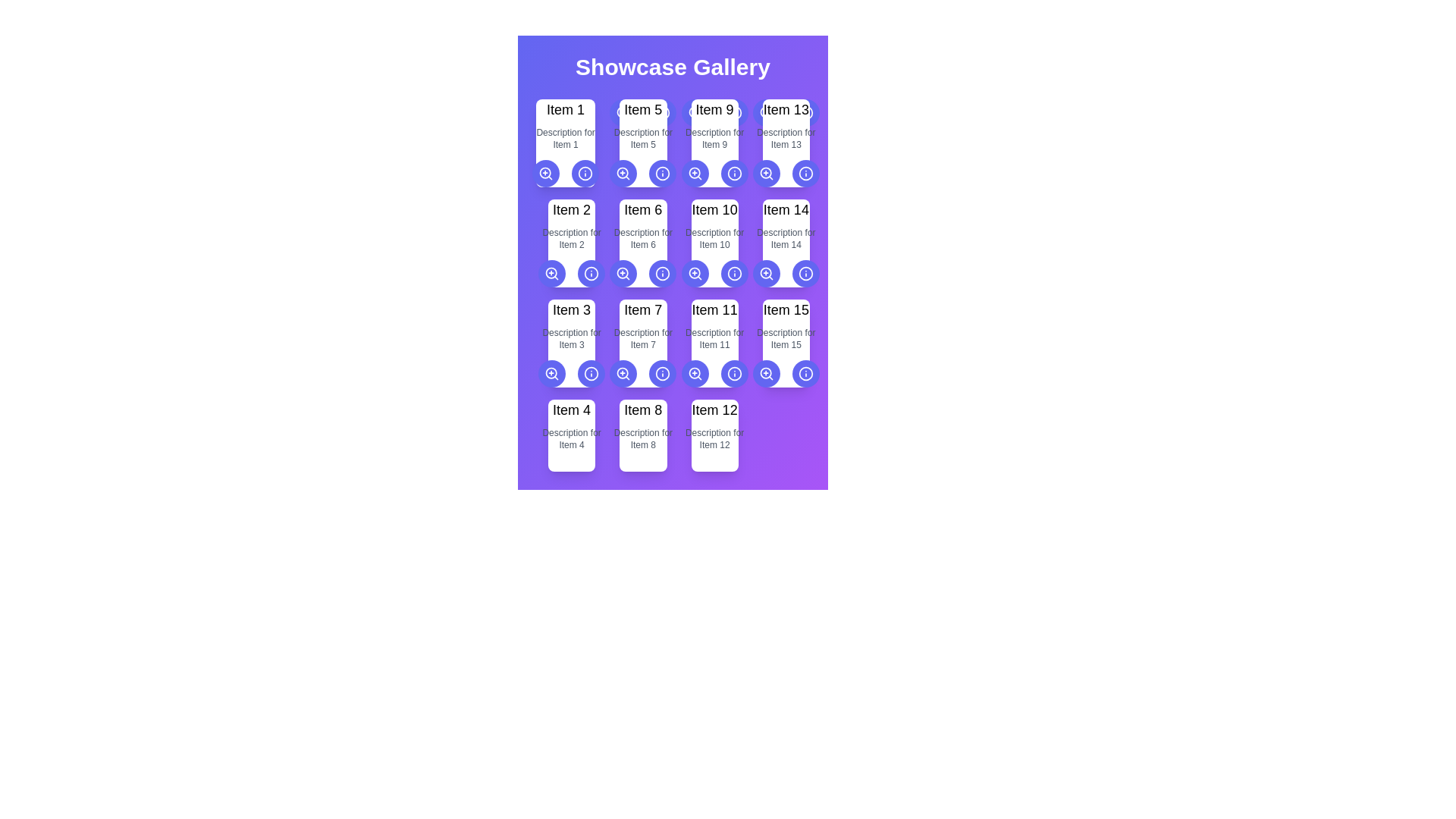  What do you see at coordinates (663, 374) in the screenshot?
I see `the circular button with a vibrant indigo background and a white icon at its center, located below the 'Item 7' card` at bounding box center [663, 374].